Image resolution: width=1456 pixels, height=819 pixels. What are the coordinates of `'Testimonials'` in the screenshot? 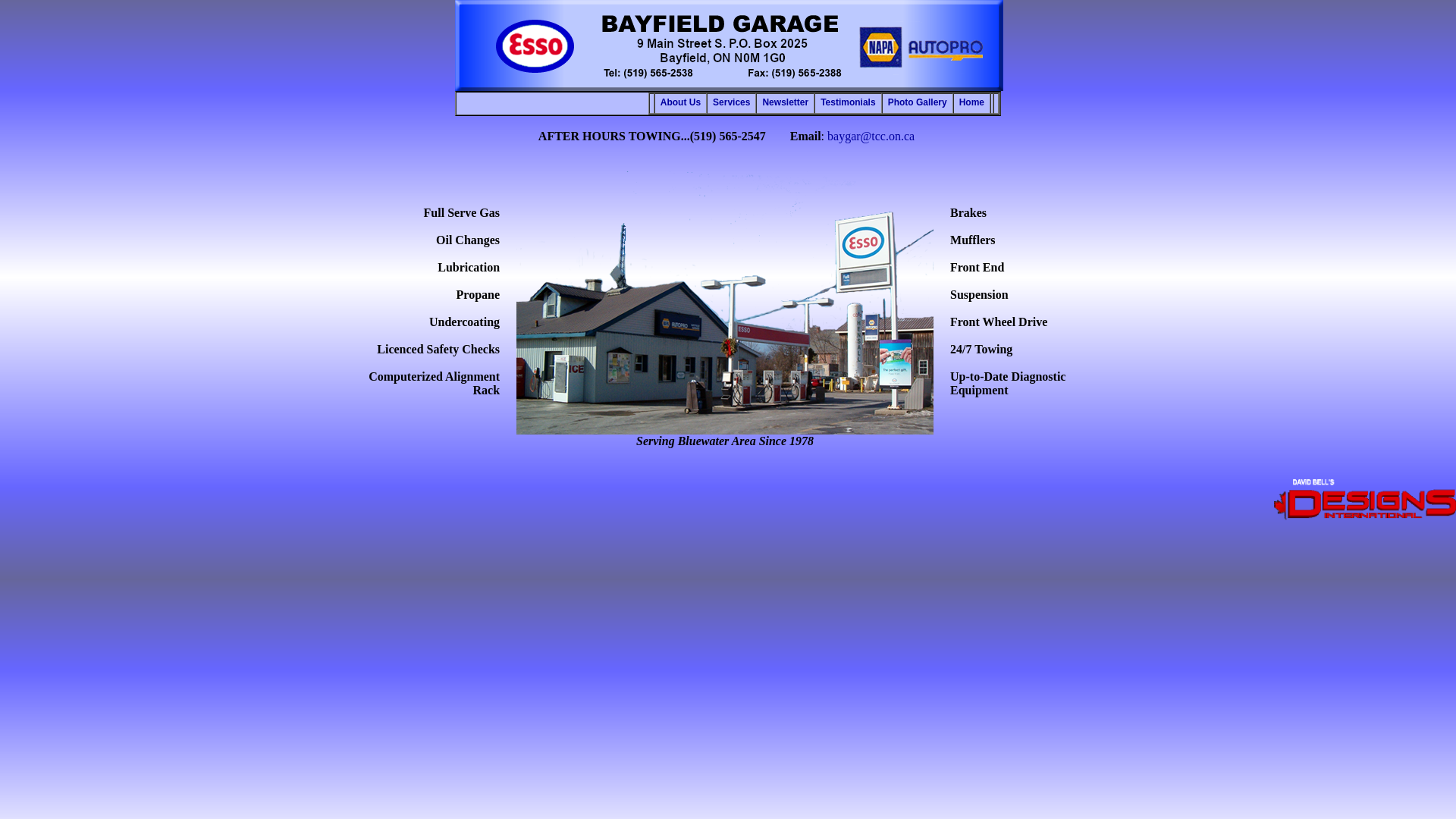 It's located at (847, 102).